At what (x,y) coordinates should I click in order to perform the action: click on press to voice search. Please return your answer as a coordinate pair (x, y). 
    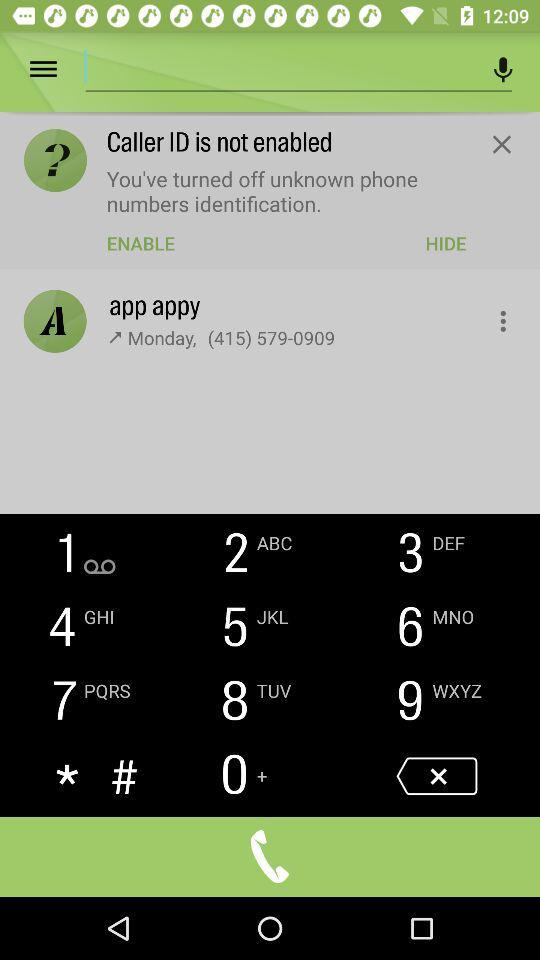
    Looking at the image, I should click on (502, 69).